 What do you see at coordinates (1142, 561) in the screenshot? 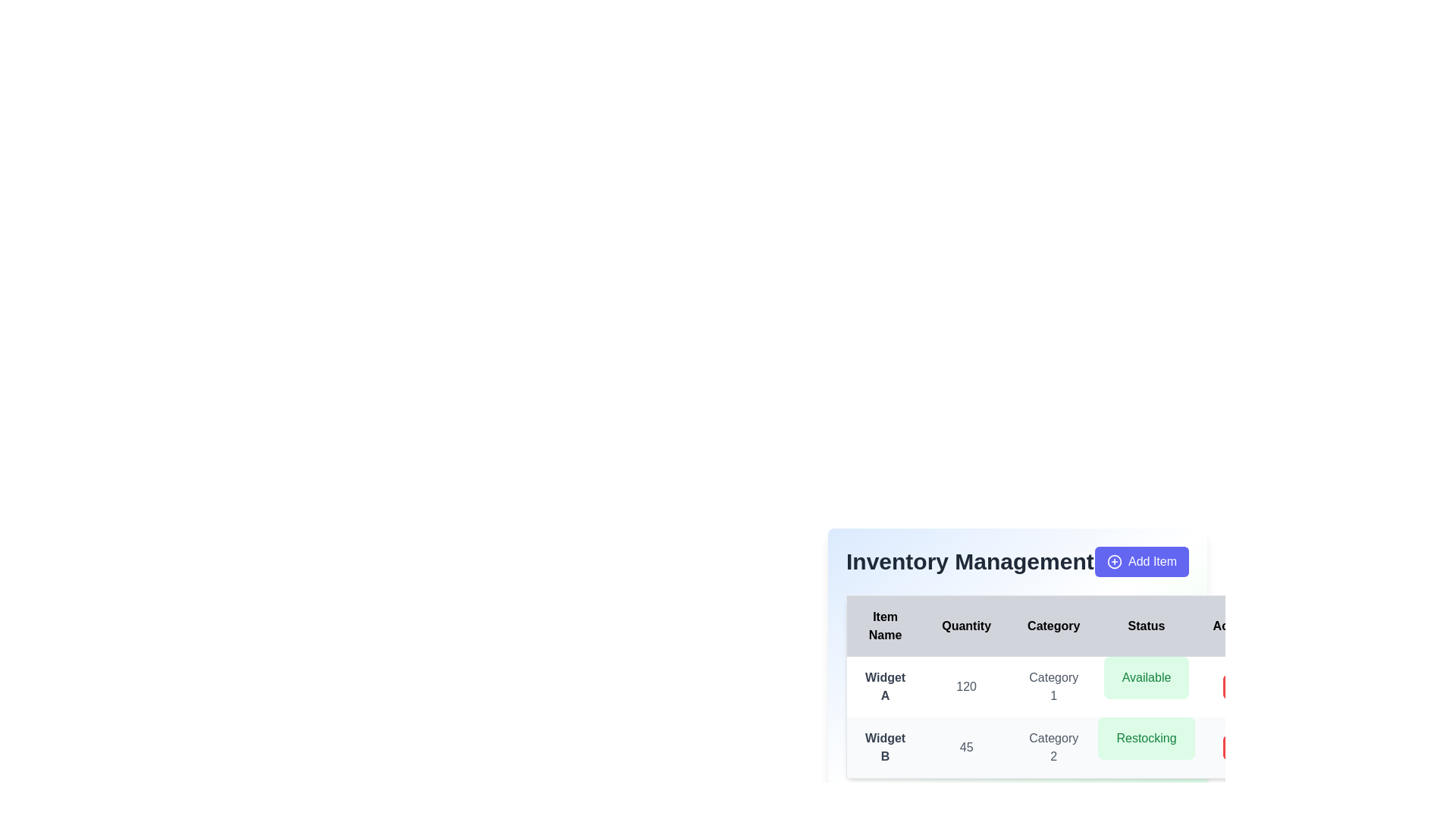
I see `the 'Add Item' button with a vivid indigo background and white text for keyboard navigation` at bounding box center [1142, 561].